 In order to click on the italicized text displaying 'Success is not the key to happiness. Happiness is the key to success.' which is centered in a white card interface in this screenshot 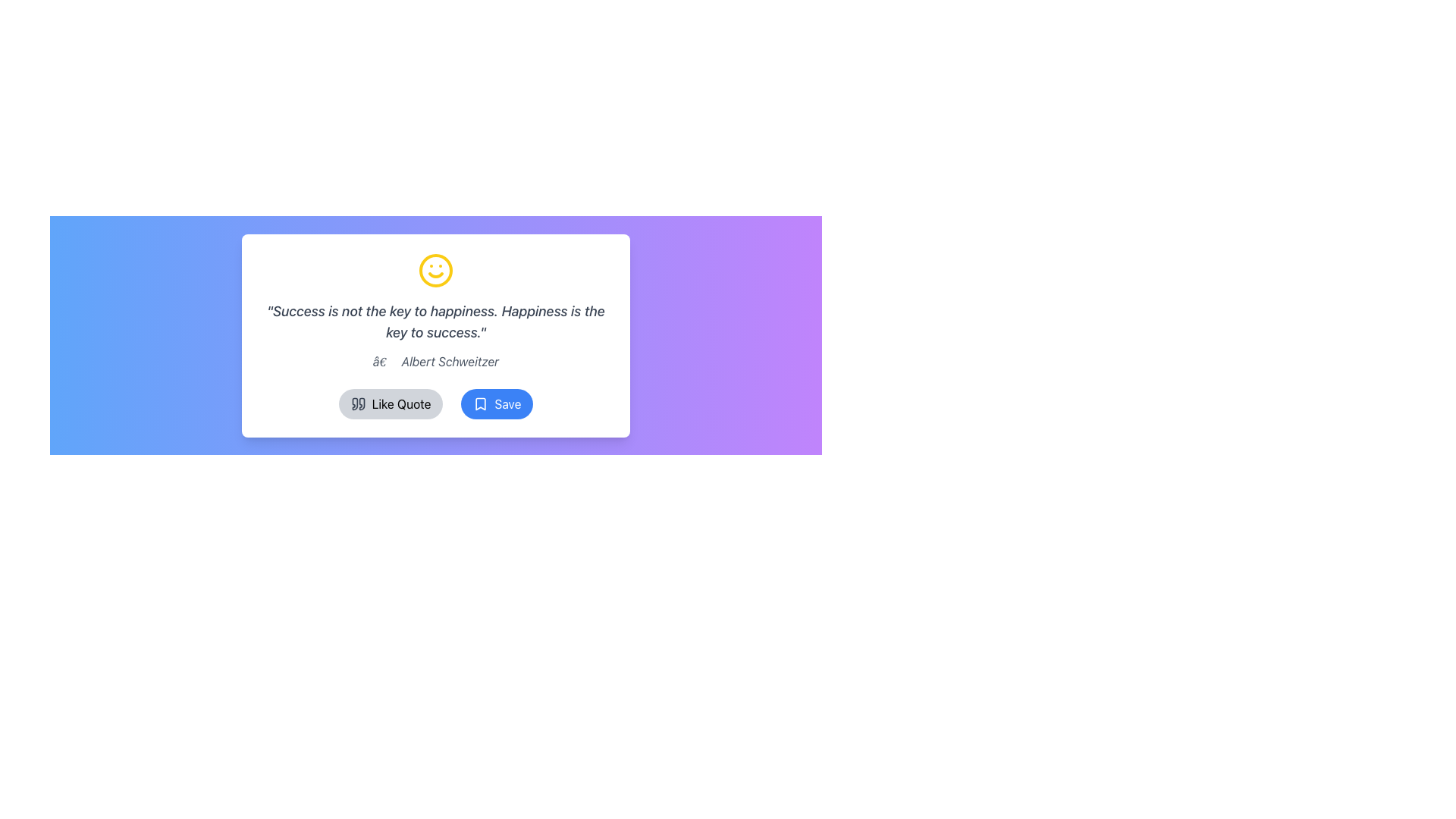, I will do `click(435, 321)`.